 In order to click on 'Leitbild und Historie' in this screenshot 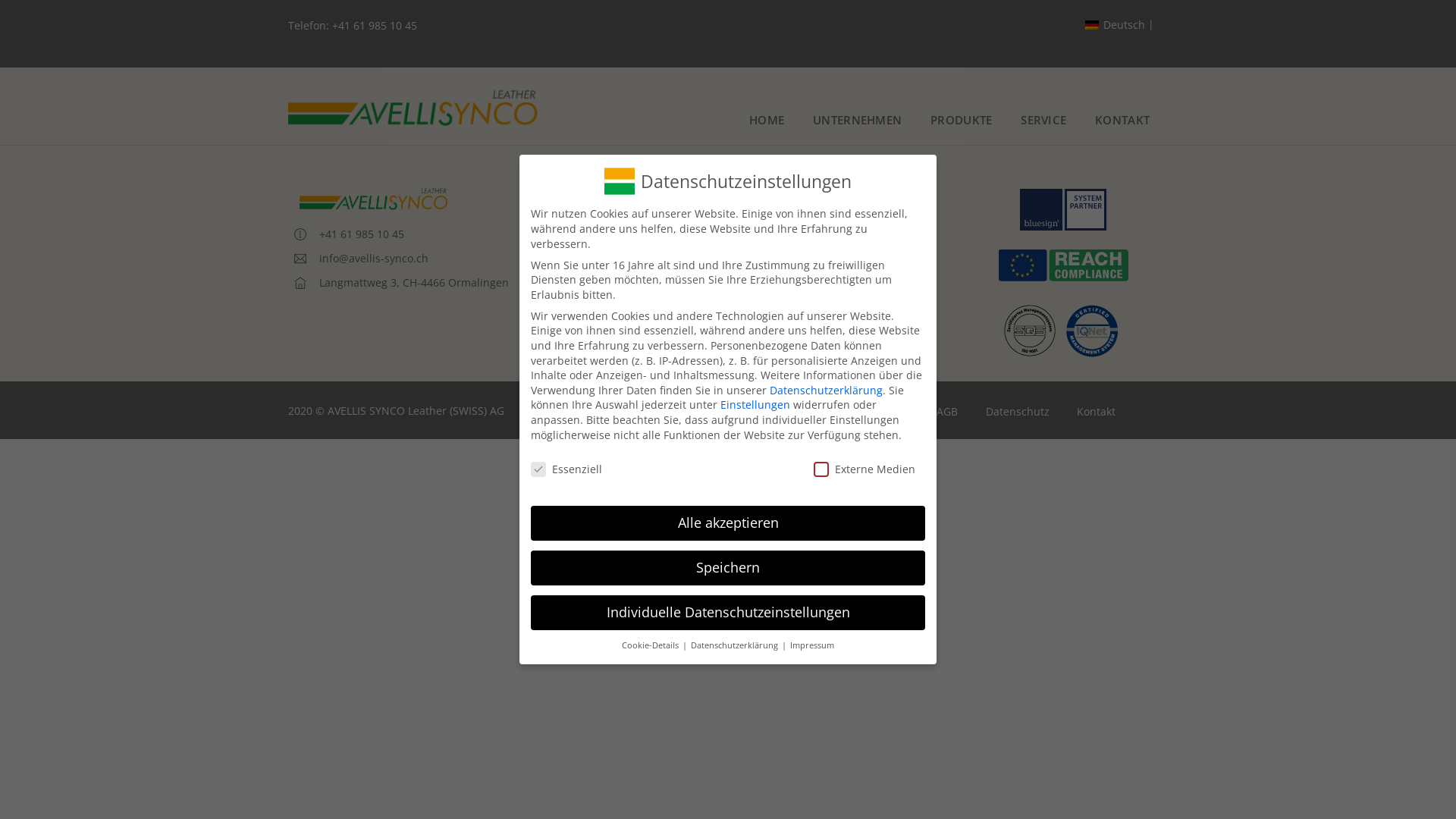, I will do `click(679, 222)`.